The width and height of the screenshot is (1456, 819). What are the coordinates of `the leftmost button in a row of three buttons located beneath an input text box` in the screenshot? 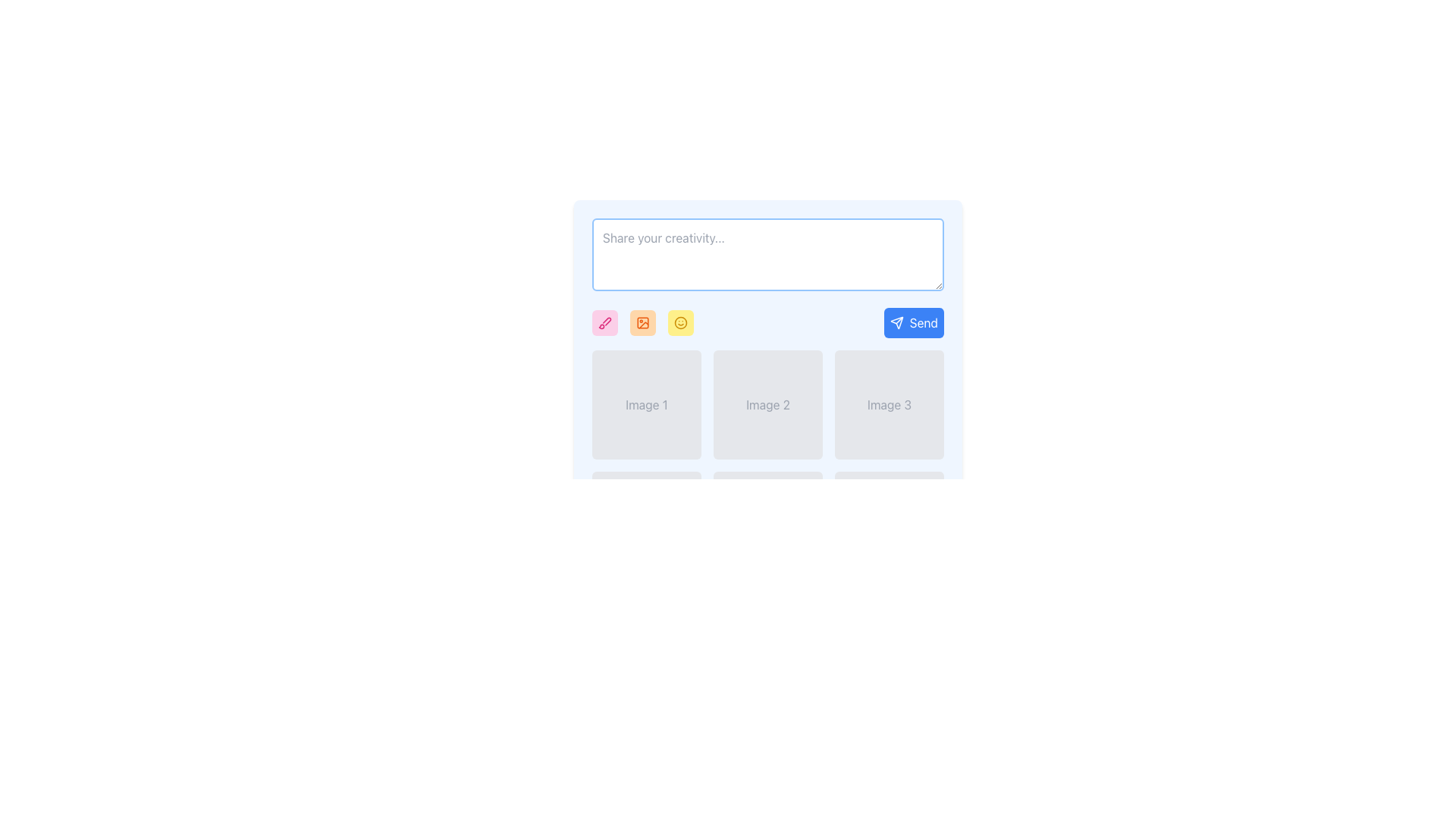 It's located at (604, 322).